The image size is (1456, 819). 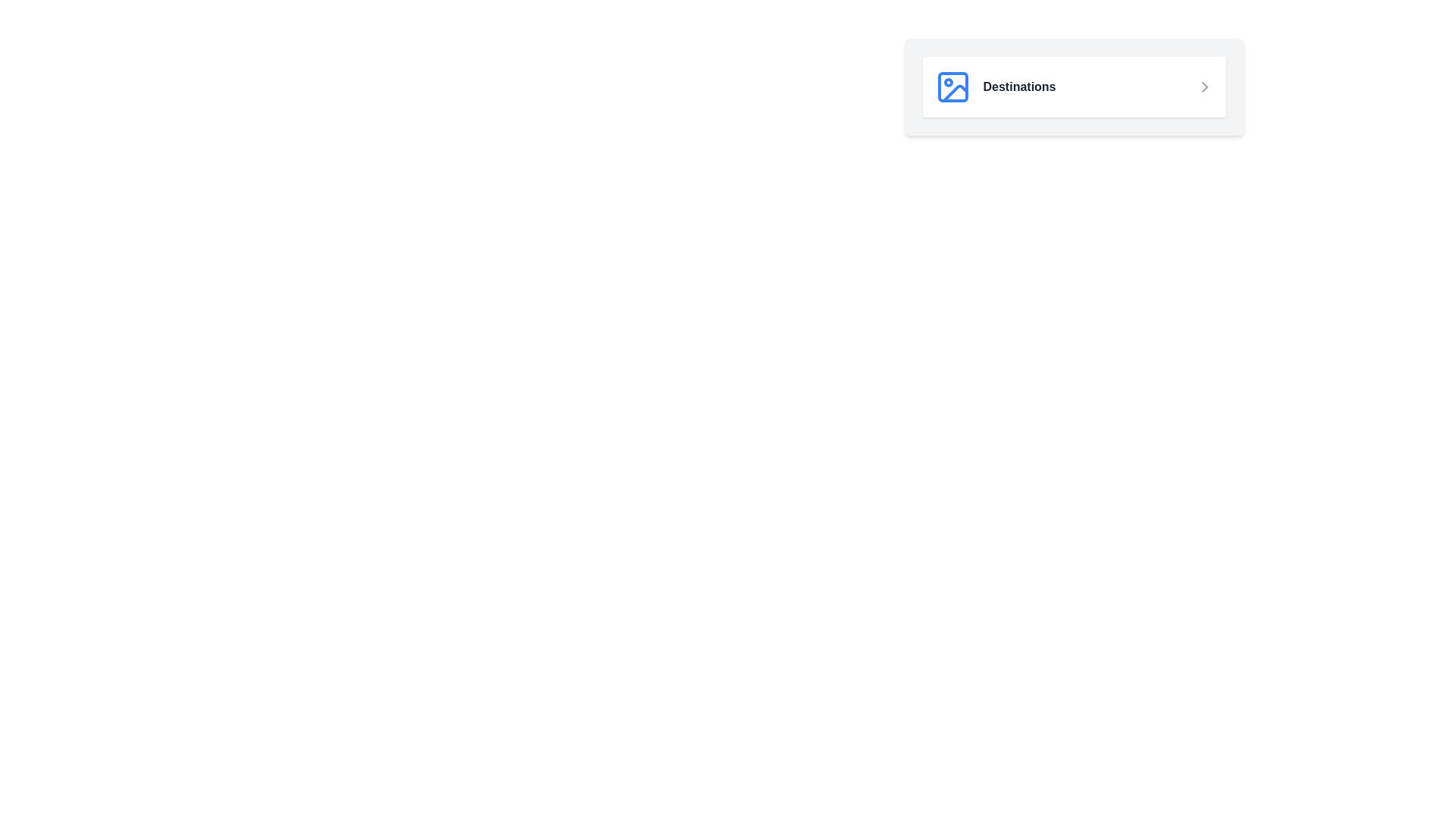 I want to click on the small square shape with rounded corners and a blue outline located at the top-left corner of the image icon within the top-right card labeled 'Destinations', so click(x=952, y=87).